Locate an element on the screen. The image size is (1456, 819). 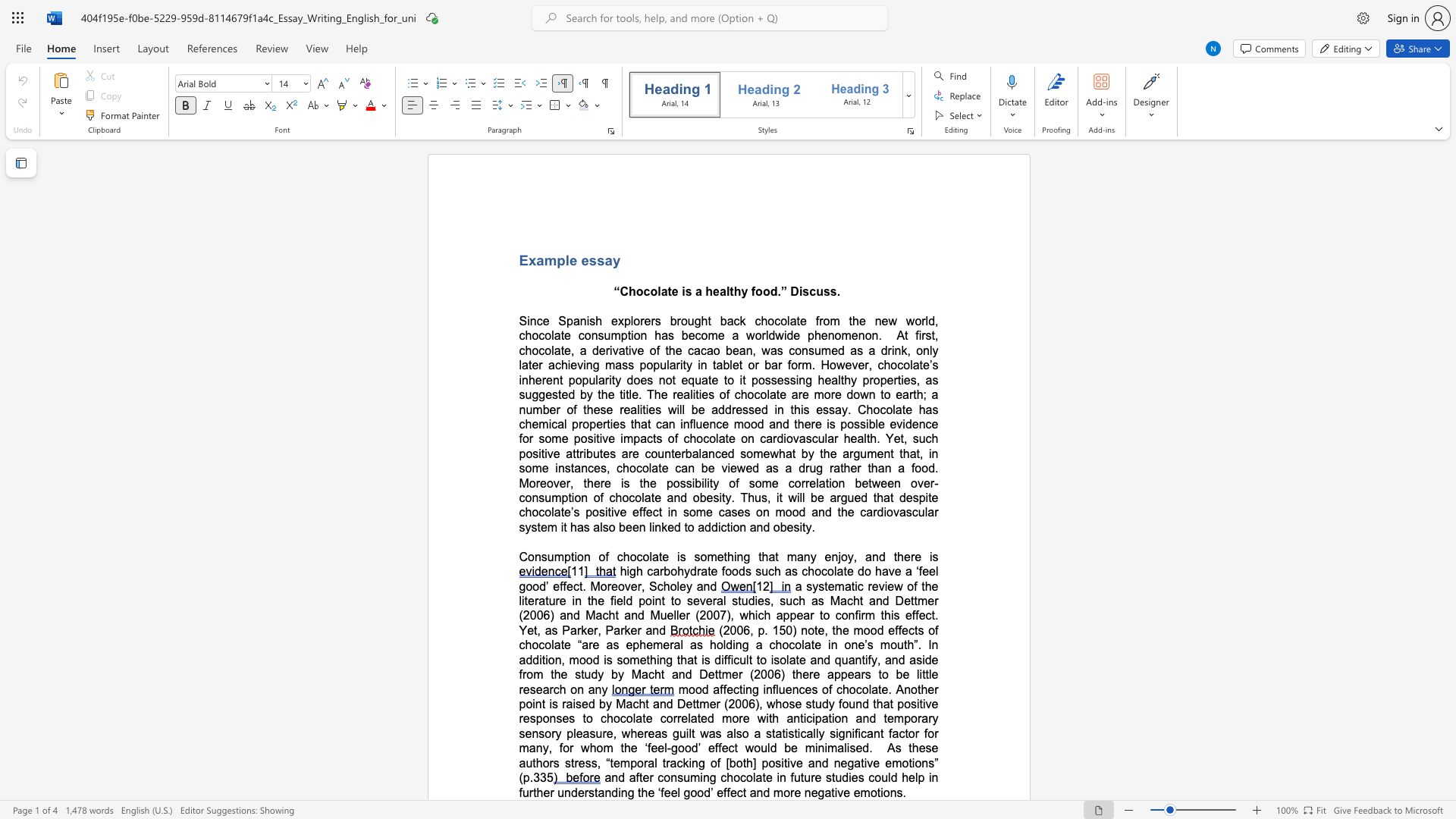
the subset text "he mood effects of chocolate “are as ephemeral as holding a chocolate in one’s mo" within the text "(2006, p. 150) note, the mood effects of chocolate “are as ephemeral as holding a chocolate in one’s mout" is located at coordinates (835, 630).